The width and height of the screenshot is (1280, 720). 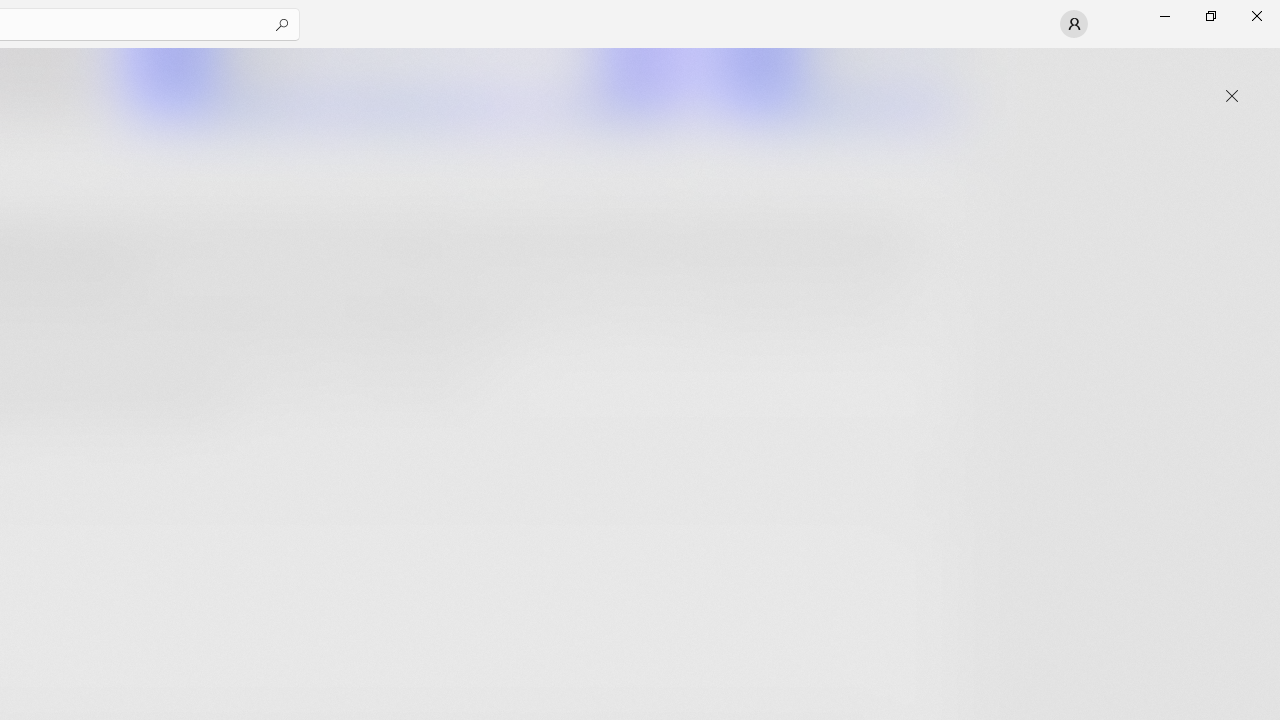 What do you see at coordinates (1255, 15) in the screenshot?
I see `'Close Microsoft Store'` at bounding box center [1255, 15].